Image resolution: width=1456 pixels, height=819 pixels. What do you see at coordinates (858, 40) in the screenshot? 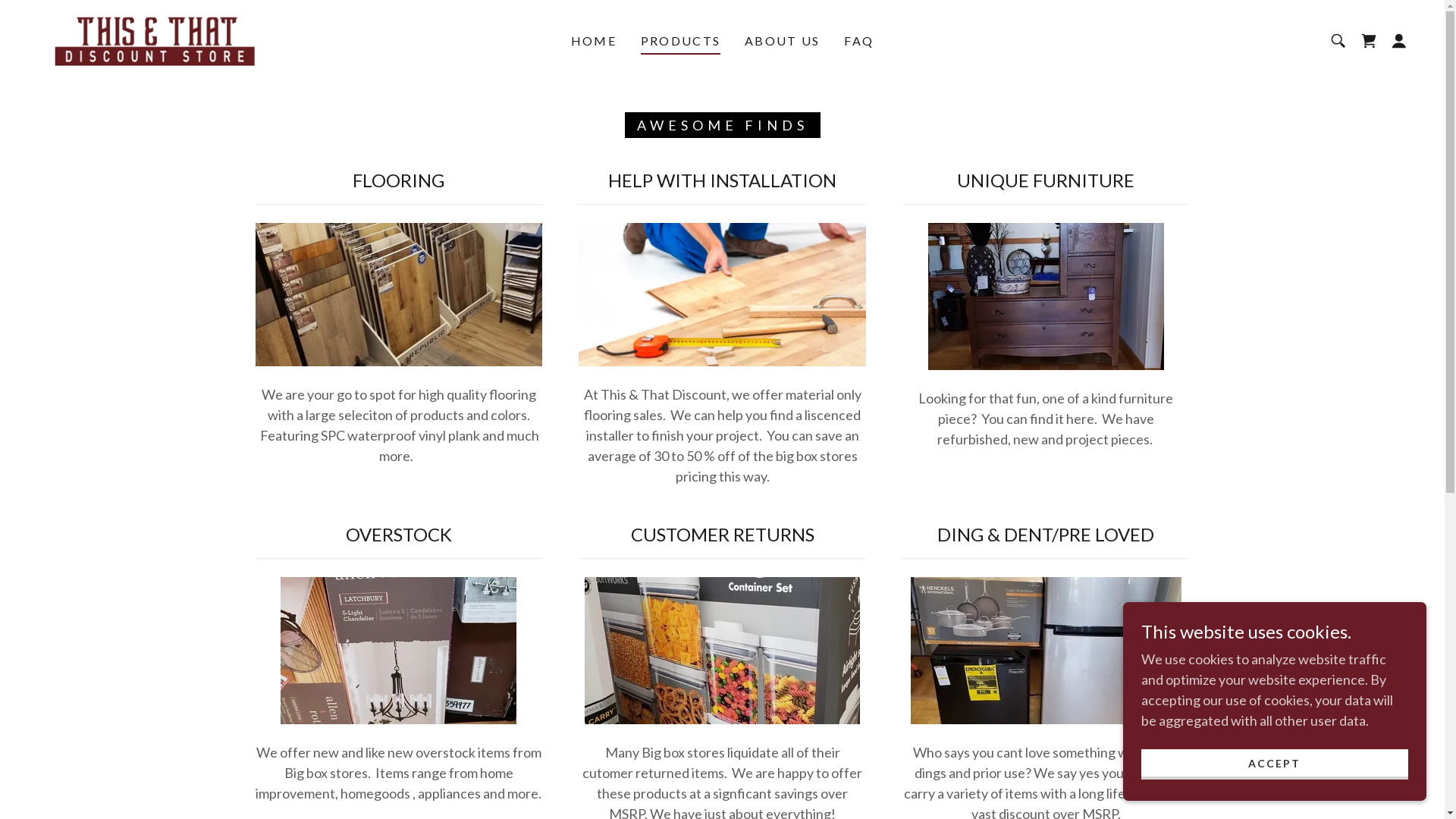
I see `'FAQ'` at bounding box center [858, 40].